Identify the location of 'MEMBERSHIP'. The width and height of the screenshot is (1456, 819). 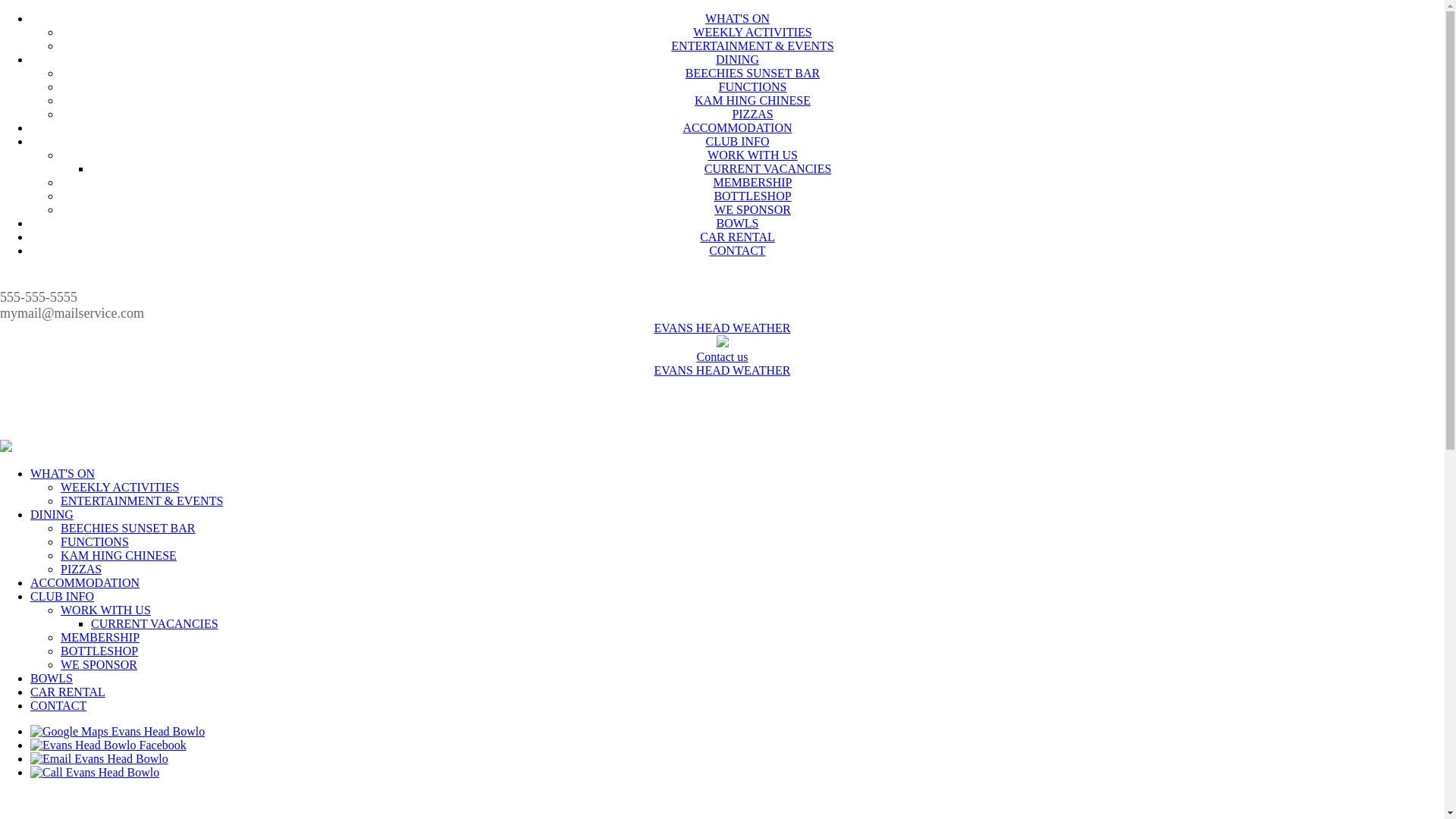
(752, 181).